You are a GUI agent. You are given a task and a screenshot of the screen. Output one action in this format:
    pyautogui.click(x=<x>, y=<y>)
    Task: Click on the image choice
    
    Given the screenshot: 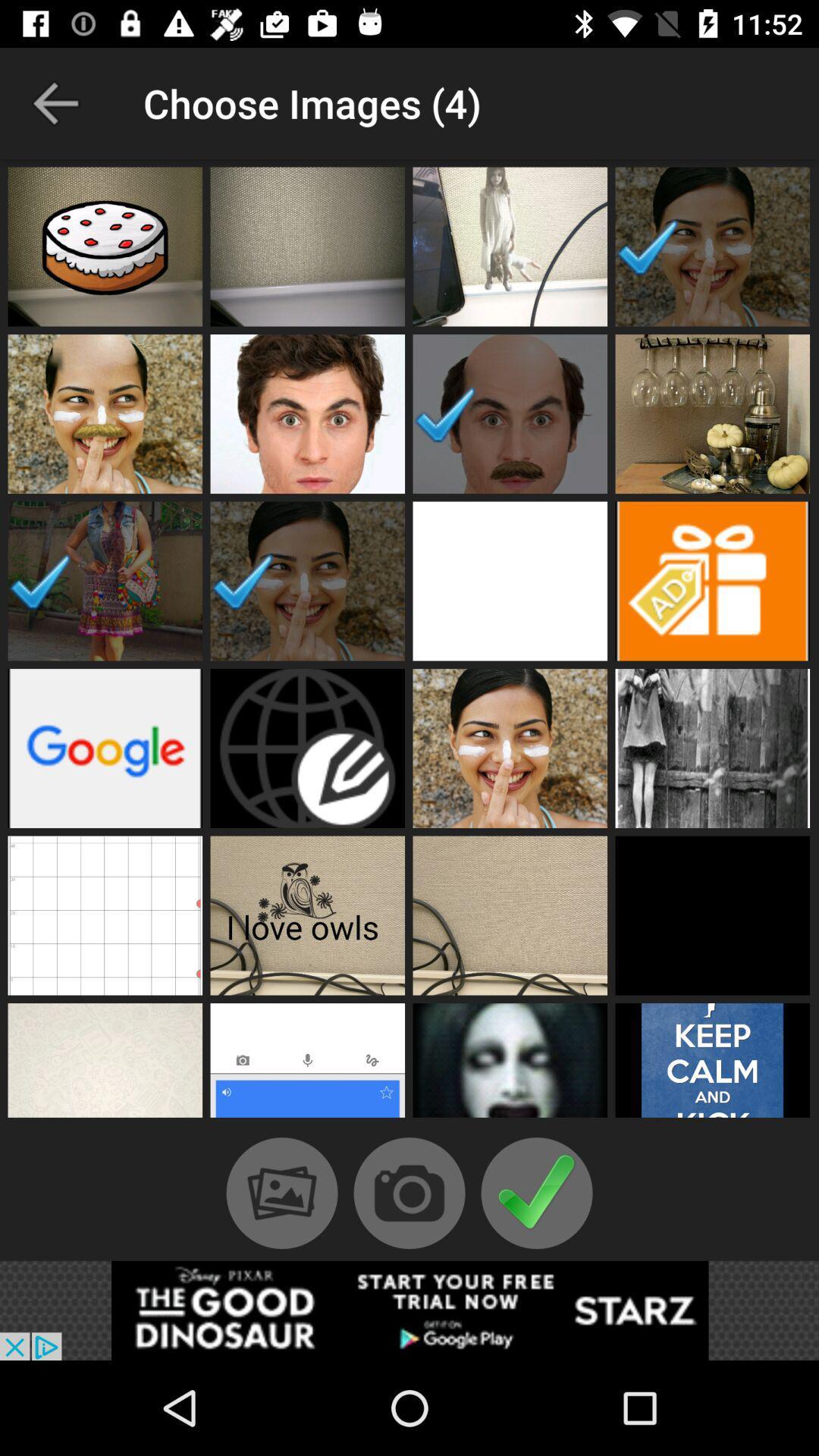 What is the action you would take?
    pyautogui.click(x=104, y=915)
    